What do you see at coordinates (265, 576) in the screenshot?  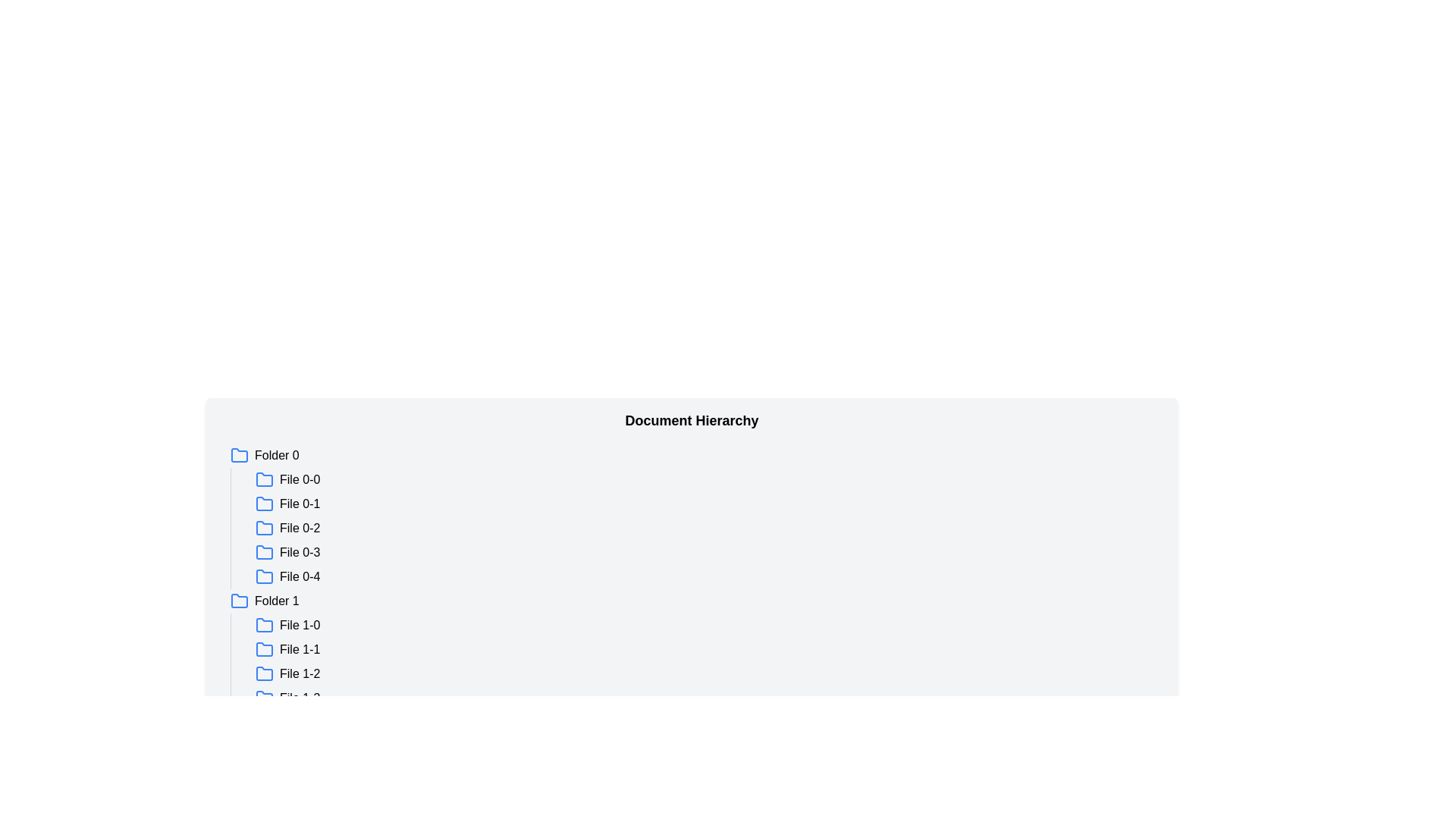 I see `the folder icon located to the left of the text 'File 0-4', which serves as a visual cue for folder categorization` at bounding box center [265, 576].